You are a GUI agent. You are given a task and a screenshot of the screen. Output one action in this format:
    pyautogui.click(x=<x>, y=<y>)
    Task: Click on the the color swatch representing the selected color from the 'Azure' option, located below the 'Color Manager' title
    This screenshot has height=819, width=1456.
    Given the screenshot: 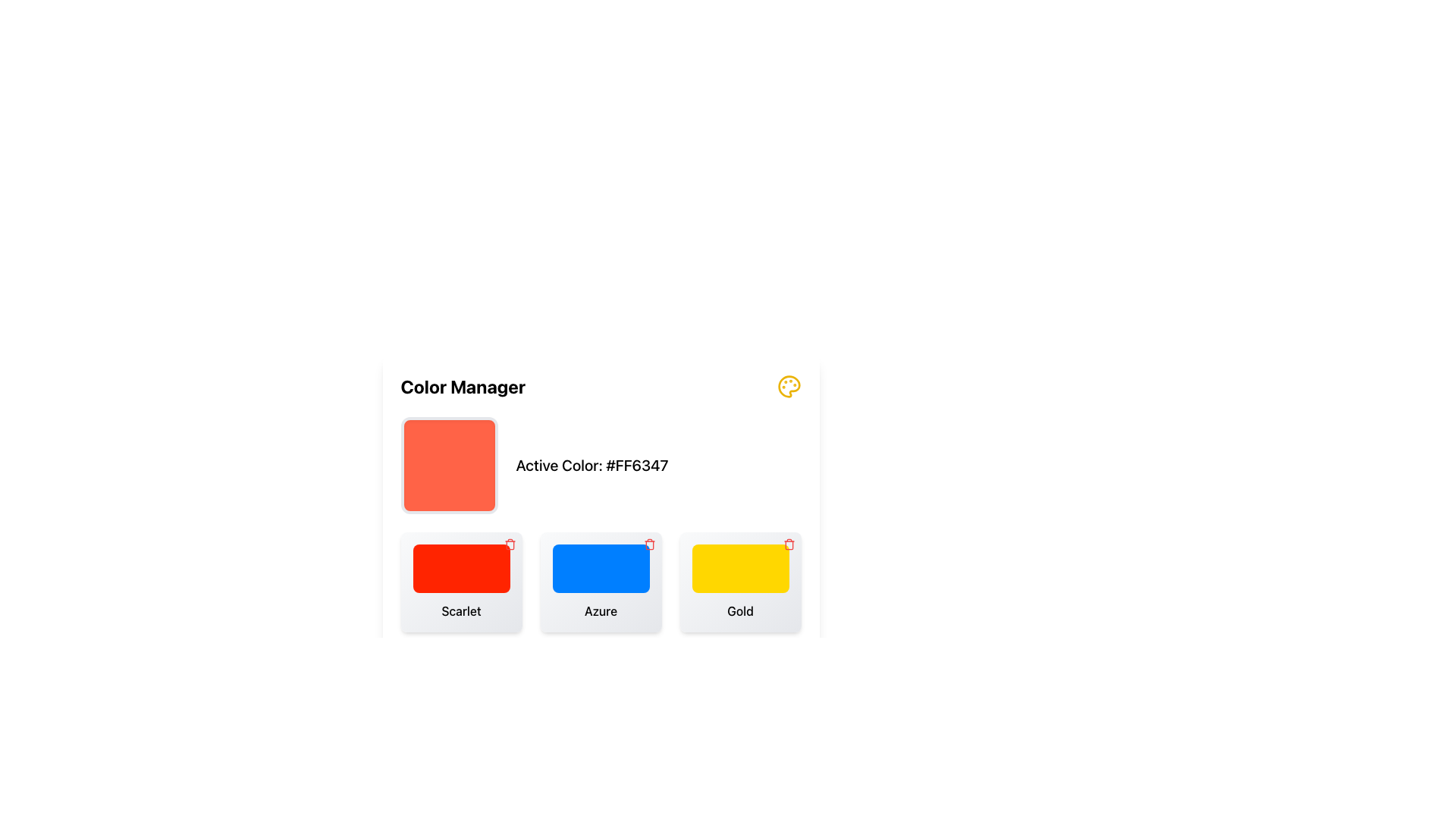 What is the action you would take?
    pyautogui.click(x=600, y=568)
    